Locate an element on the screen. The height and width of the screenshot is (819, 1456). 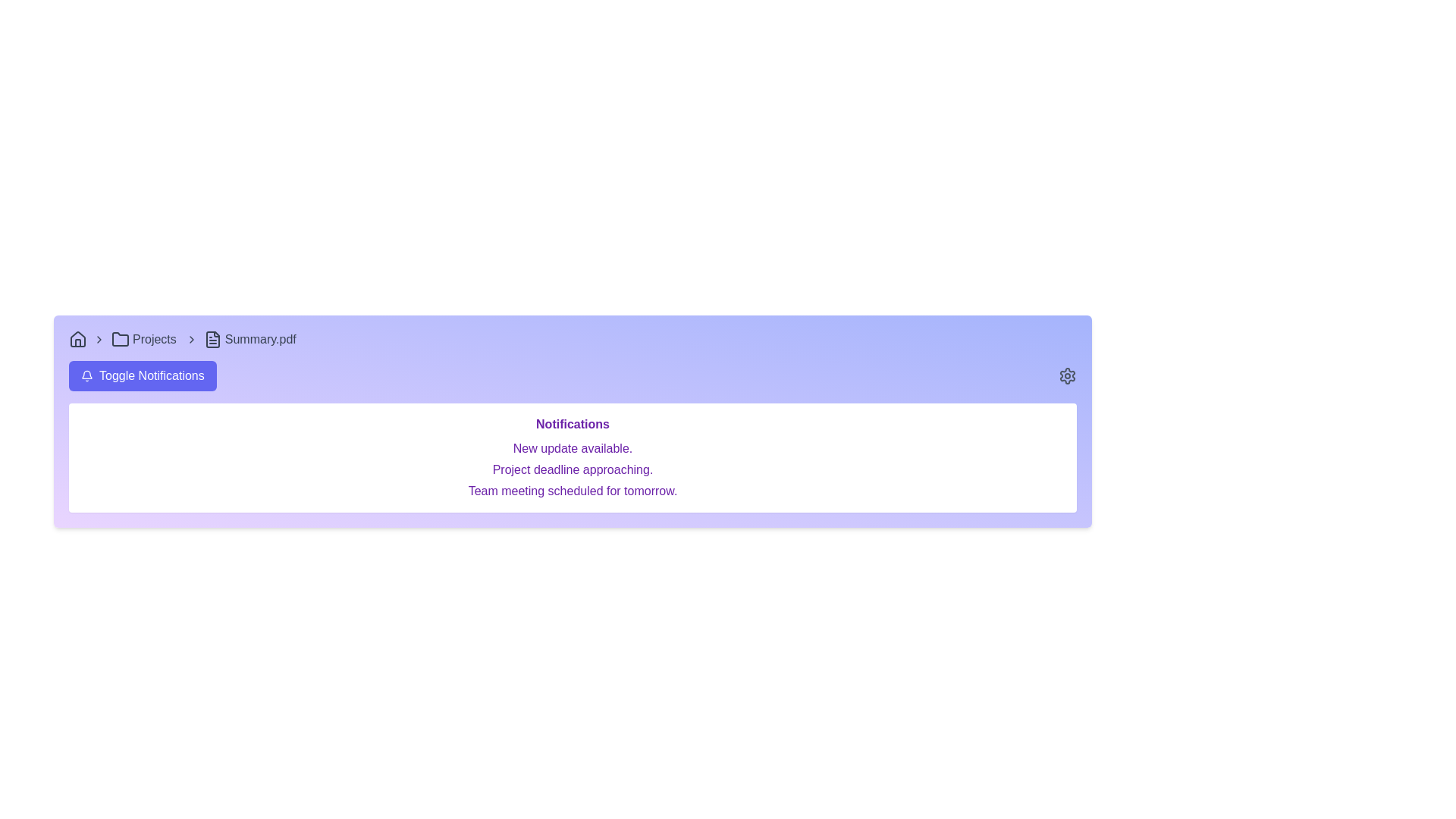
text label that displays 'New update available.' which is styled in purple and is the first item in the Notifications section is located at coordinates (572, 447).